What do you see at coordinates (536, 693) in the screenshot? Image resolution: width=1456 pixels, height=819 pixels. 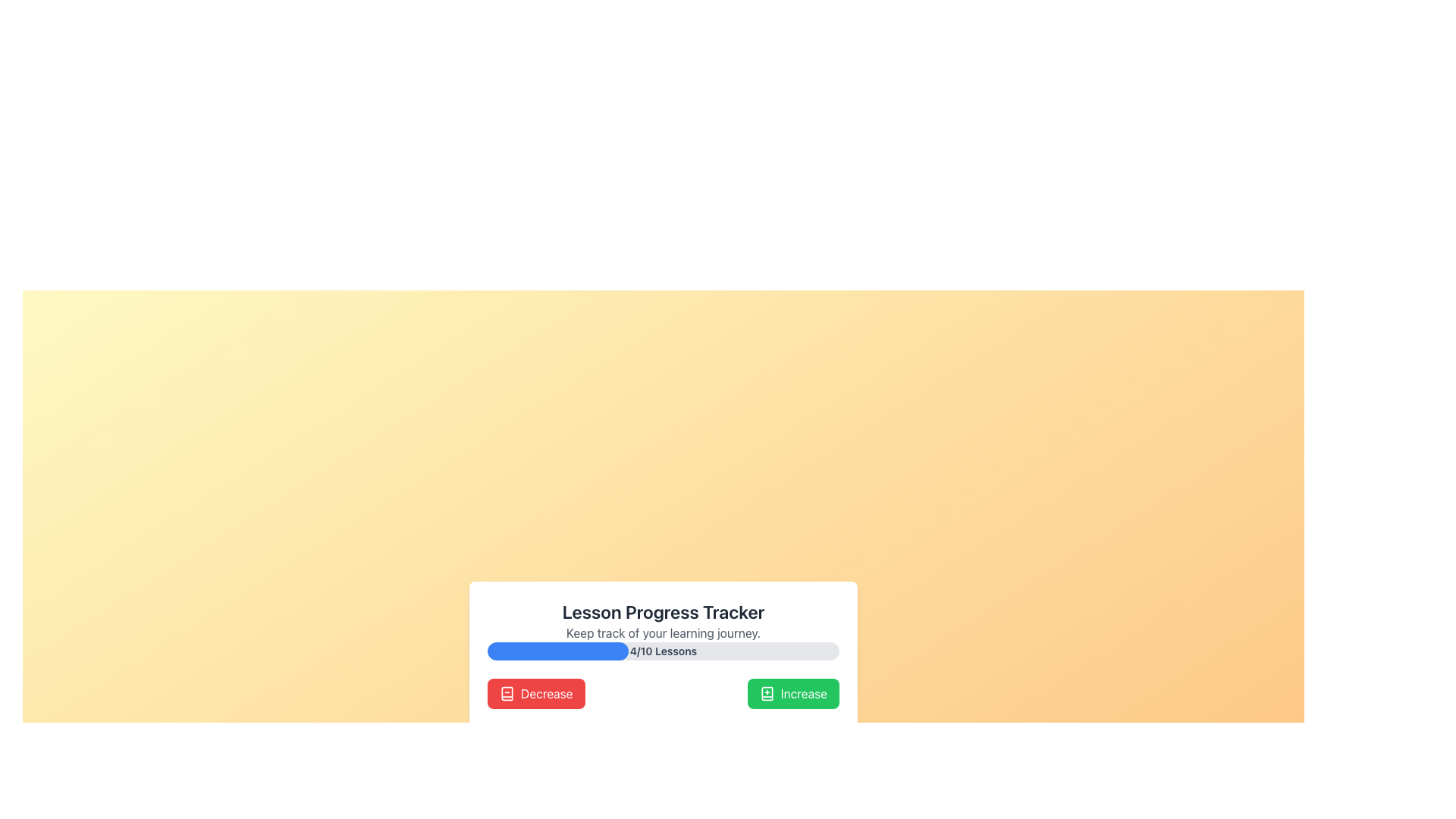 I see `the button that decreases the progress or count of a tracker, located below the progress tracker, on the left side of a horizontal layout with a green 'Increase' button to its right` at bounding box center [536, 693].